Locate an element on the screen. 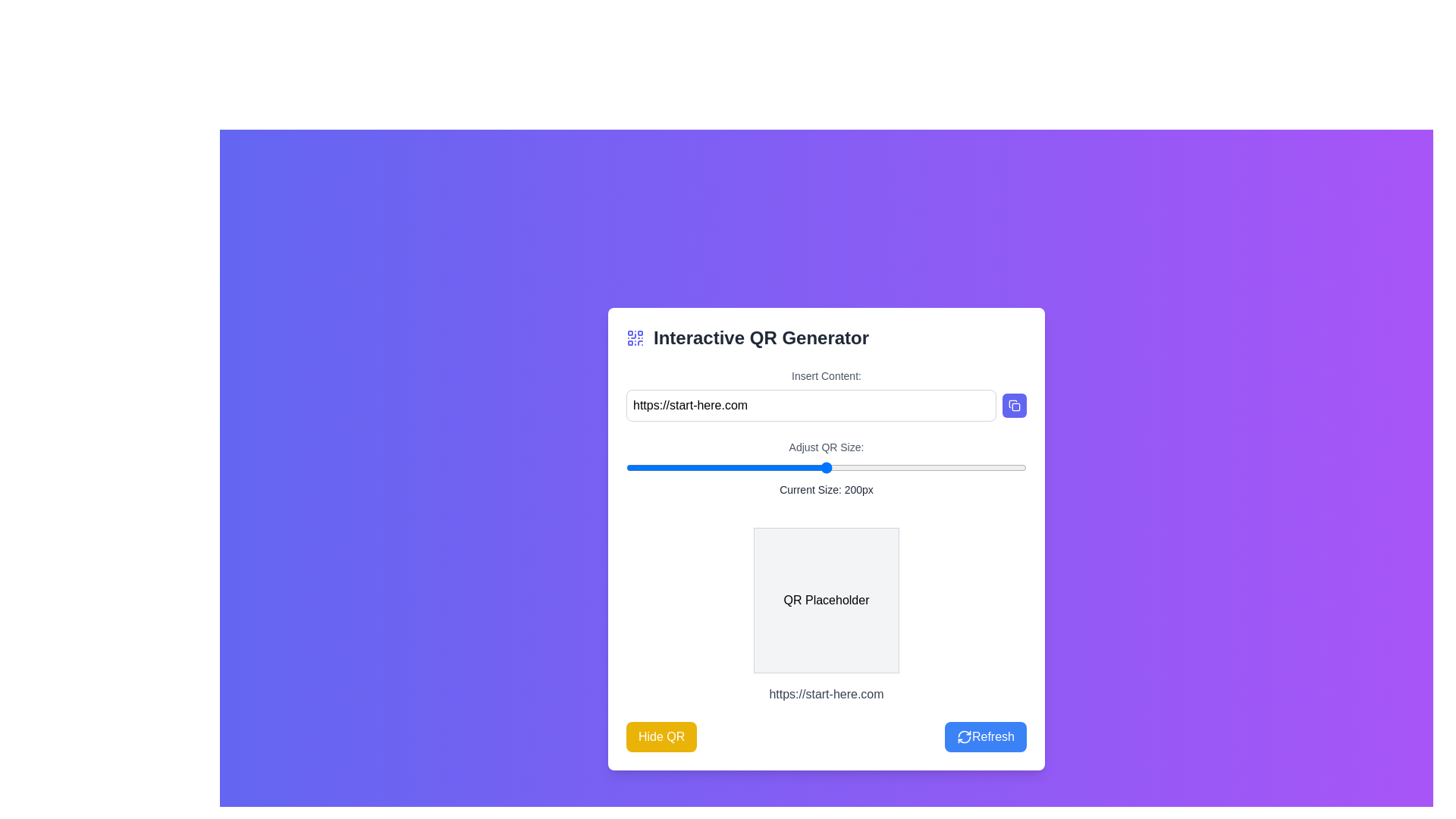  the QR code size is located at coordinates (636, 467).